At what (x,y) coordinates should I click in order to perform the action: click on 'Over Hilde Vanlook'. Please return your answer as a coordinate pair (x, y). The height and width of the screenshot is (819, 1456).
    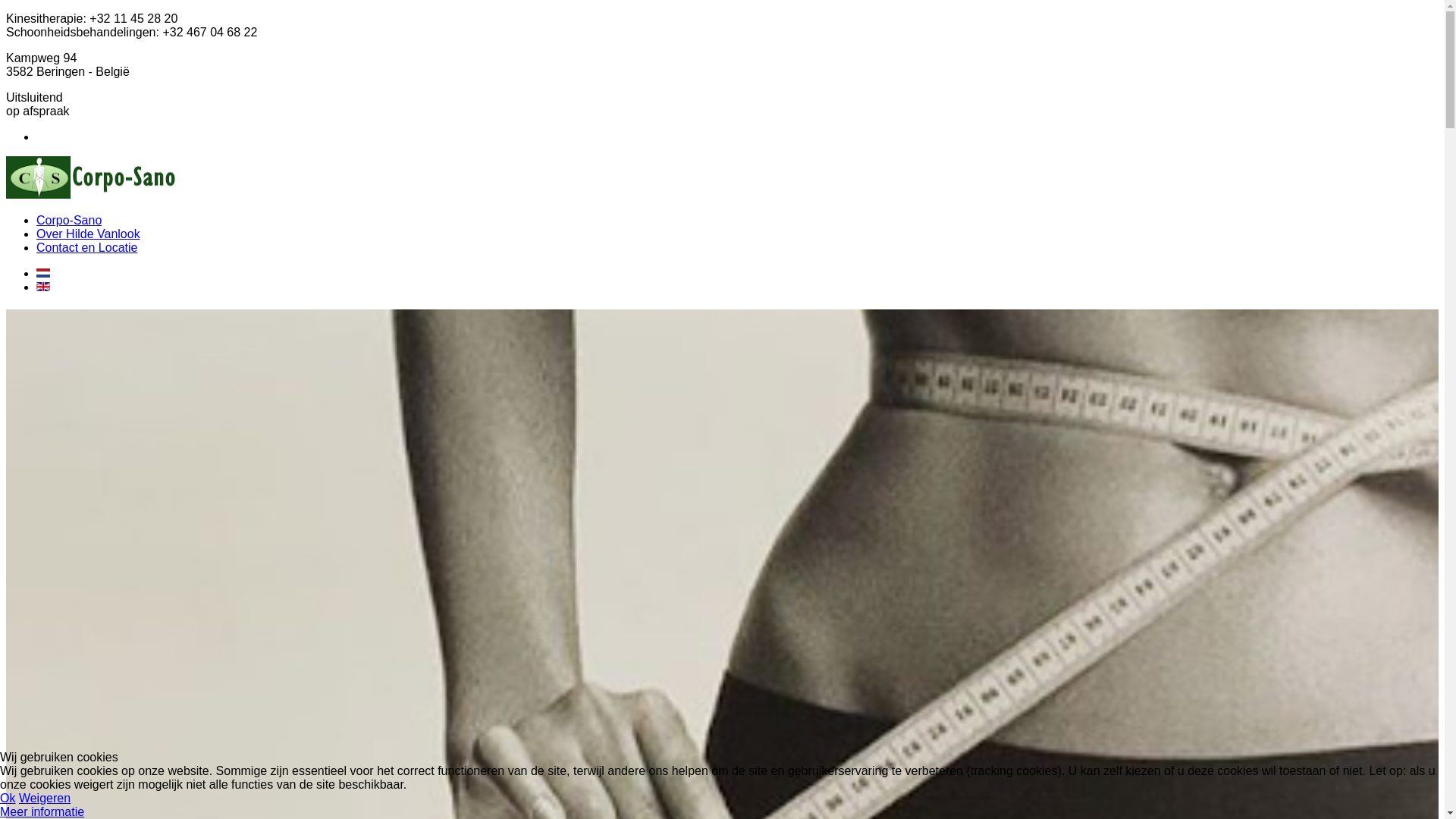
    Looking at the image, I should click on (87, 234).